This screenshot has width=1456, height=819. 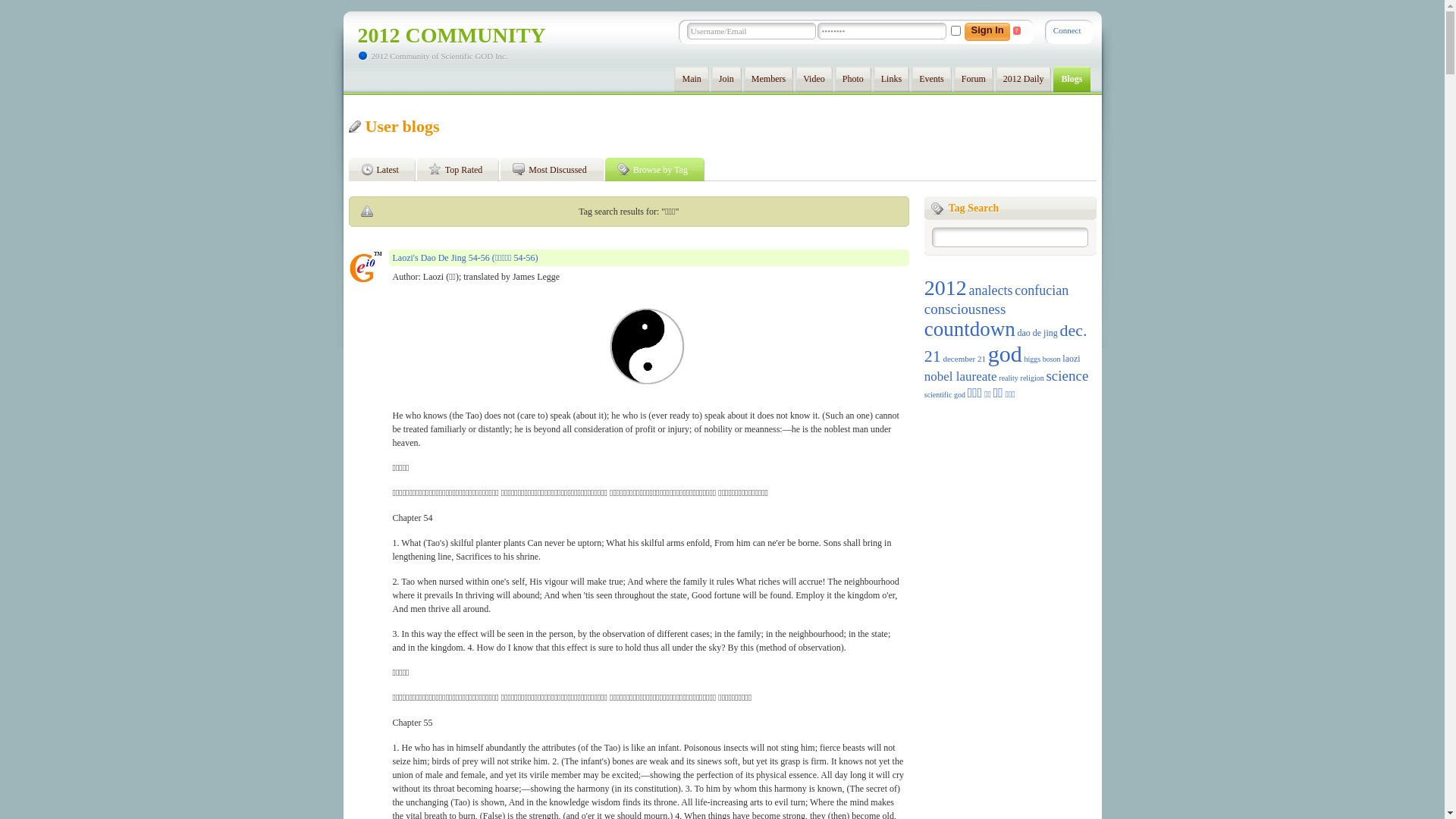 What do you see at coordinates (960, 375) in the screenshot?
I see `'nobel laureate'` at bounding box center [960, 375].